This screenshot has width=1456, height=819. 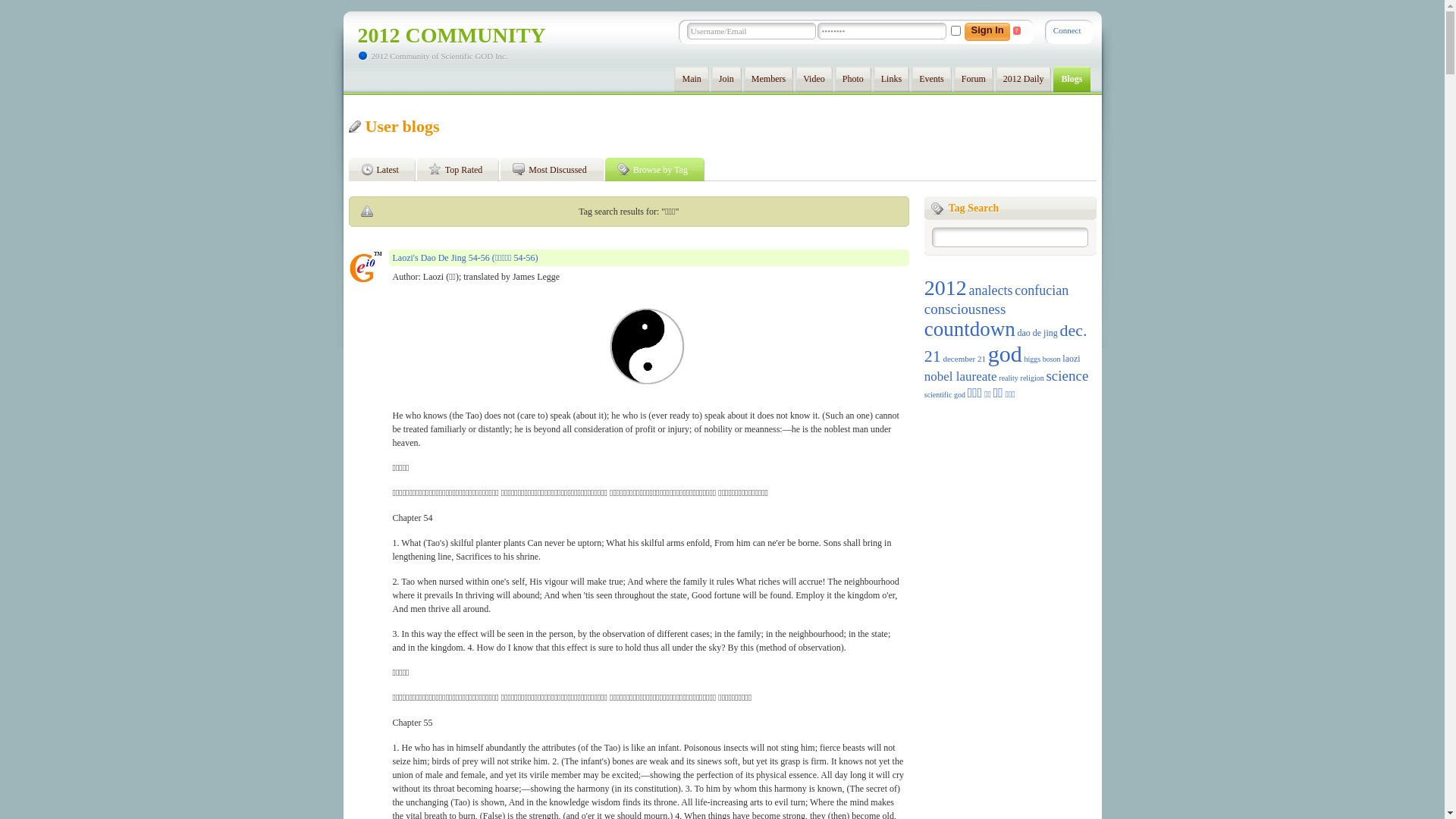 What do you see at coordinates (960, 375) in the screenshot?
I see `'nobel laureate'` at bounding box center [960, 375].